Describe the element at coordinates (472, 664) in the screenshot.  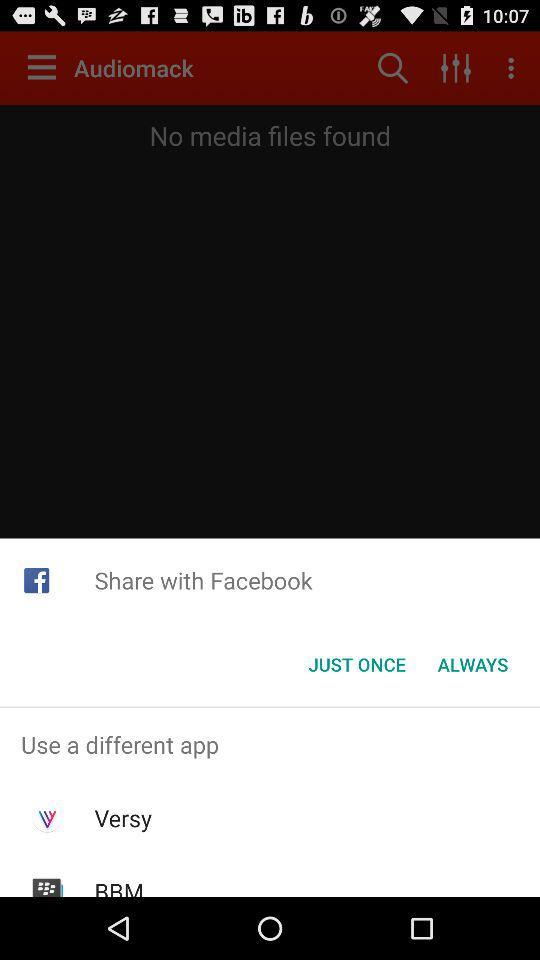
I see `the always icon` at that location.